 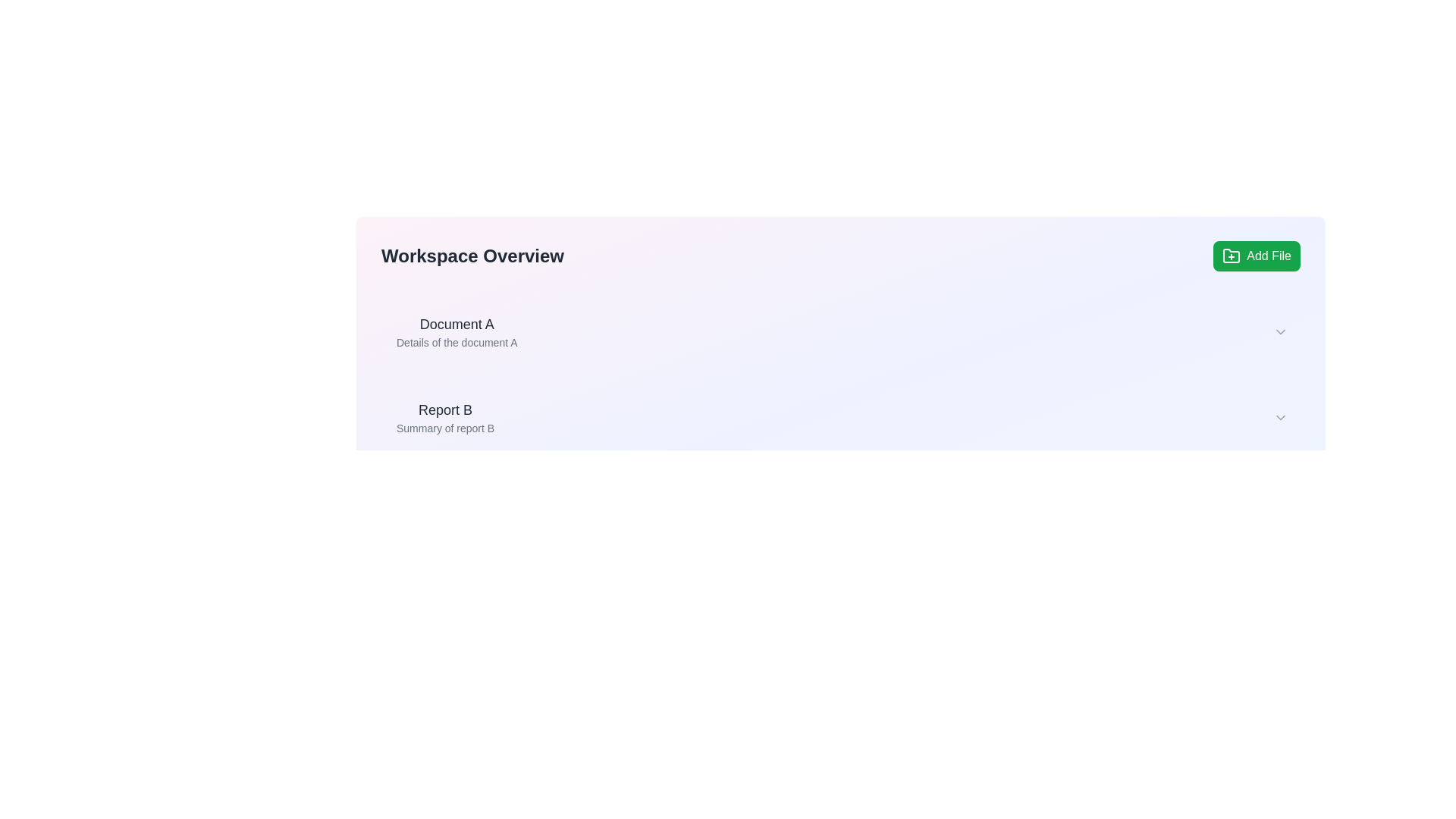 What do you see at coordinates (1232, 255) in the screenshot?
I see `the folder icon located within the green 'Add File' button in the top-right section of the interface` at bounding box center [1232, 255].